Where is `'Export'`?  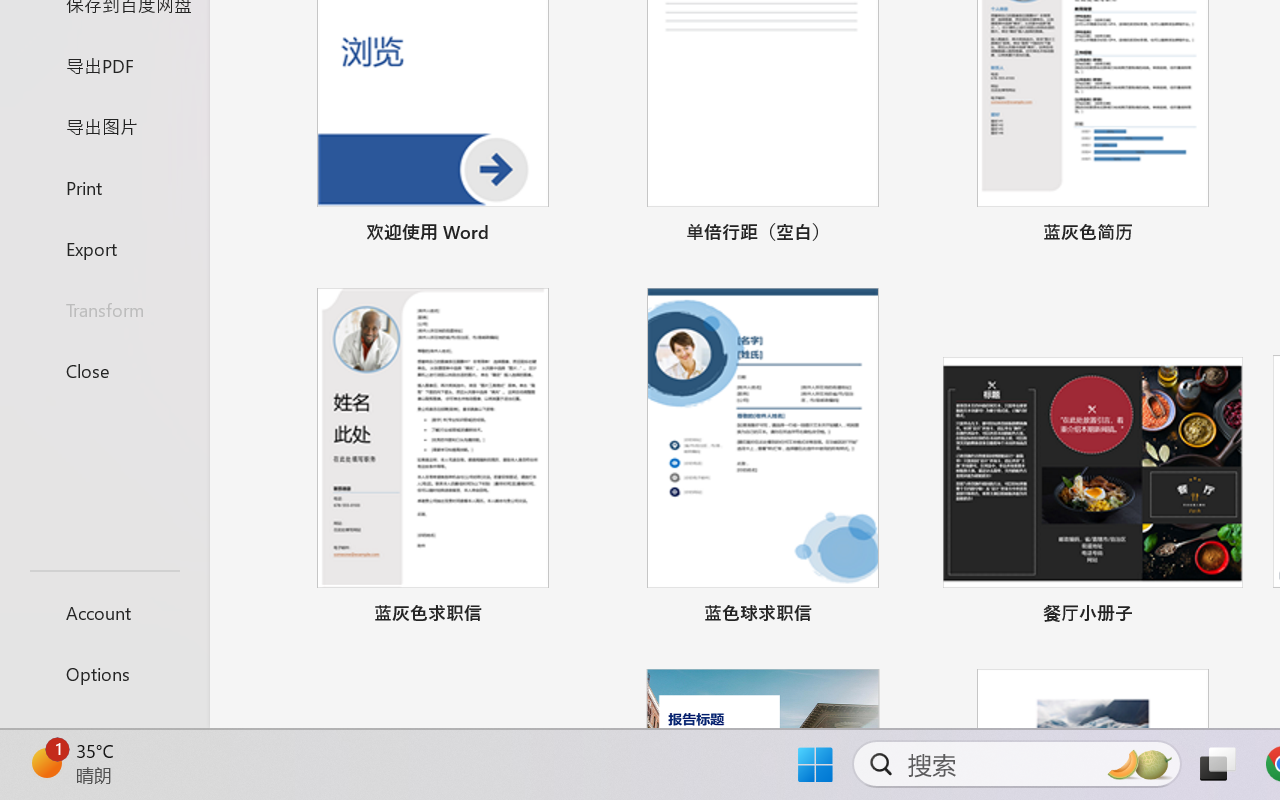 'Export' is located at coordinates (103, 247).